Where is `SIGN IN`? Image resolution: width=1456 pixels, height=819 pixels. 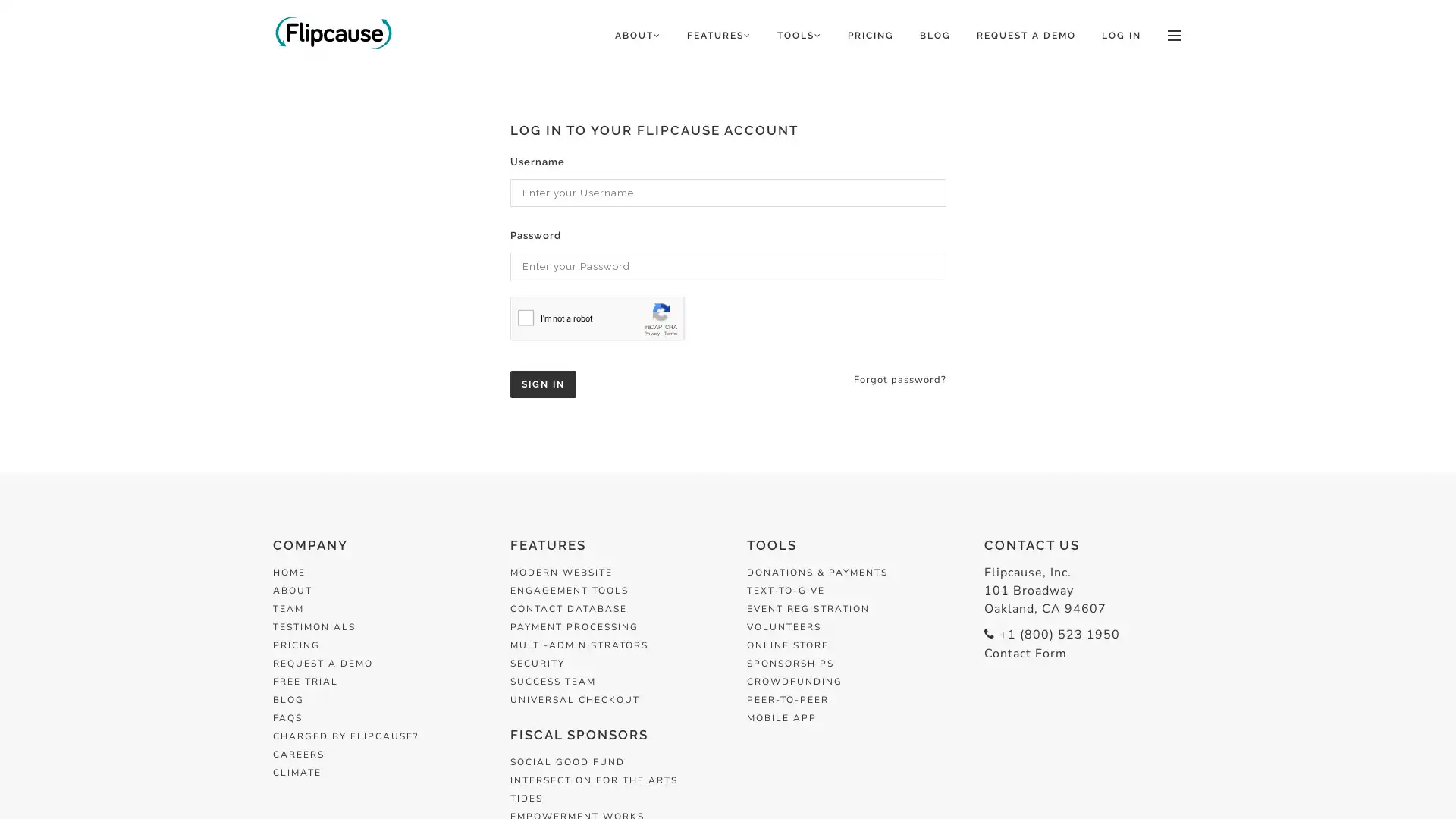
SIGN IN is located at coordinates (542, 382).